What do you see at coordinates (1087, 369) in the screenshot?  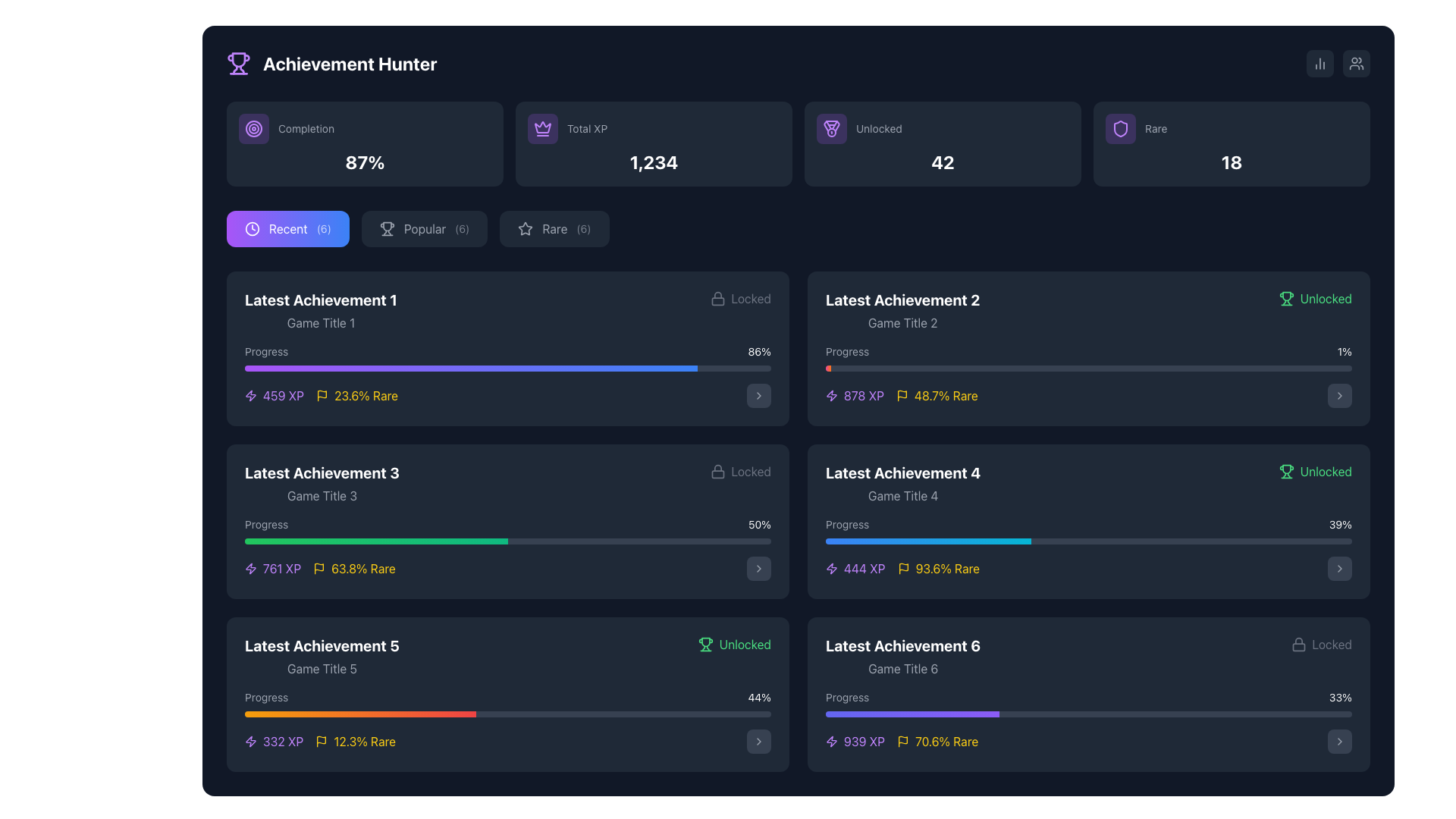 I see `the progress bar located in the 'Latest Achievement 2' section, beneath the 'Progress' label and '1%' numerical label, within the second row of the achievements list` at bounding box center [1087, 369].